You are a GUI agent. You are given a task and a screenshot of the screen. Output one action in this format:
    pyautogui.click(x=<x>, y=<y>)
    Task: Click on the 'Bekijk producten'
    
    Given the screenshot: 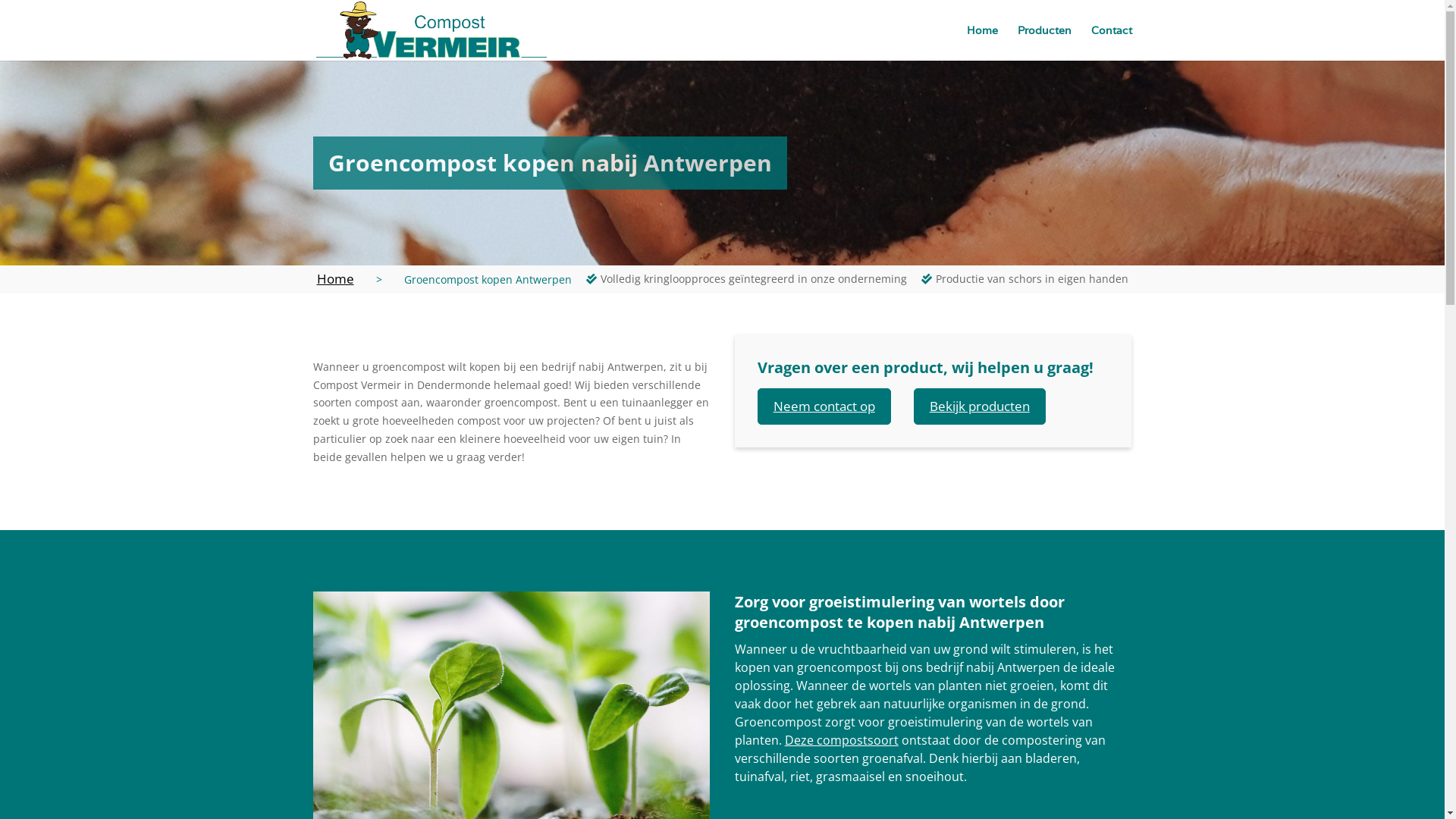 What is the action you would take?
    pyautogui.click(x=979, y=406)
    